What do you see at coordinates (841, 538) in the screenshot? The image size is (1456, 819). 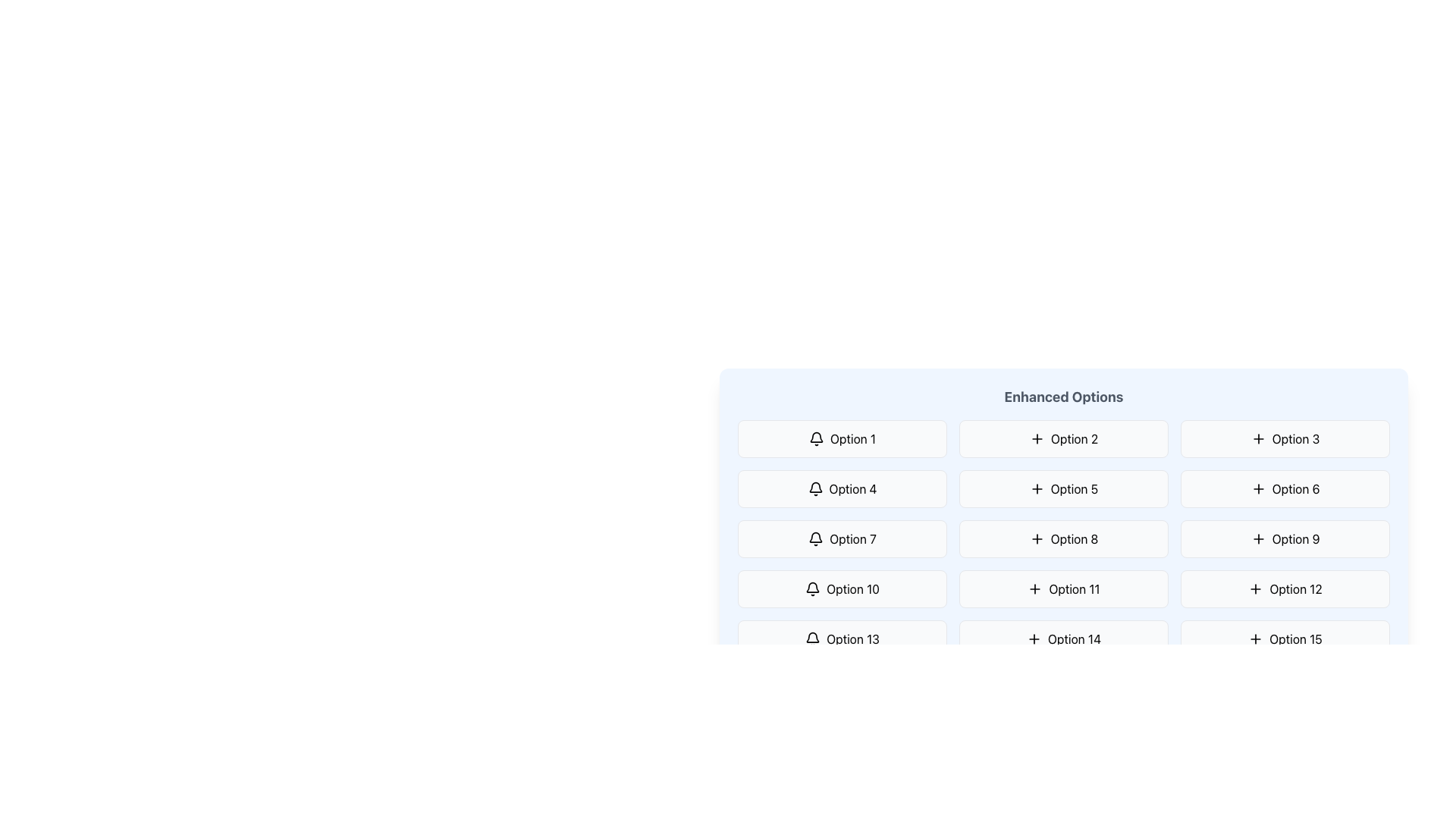 I see `the rectangular button with rounded corners labeled 'Option 7' that contains a bell icon` at bounding box center [841, 538].